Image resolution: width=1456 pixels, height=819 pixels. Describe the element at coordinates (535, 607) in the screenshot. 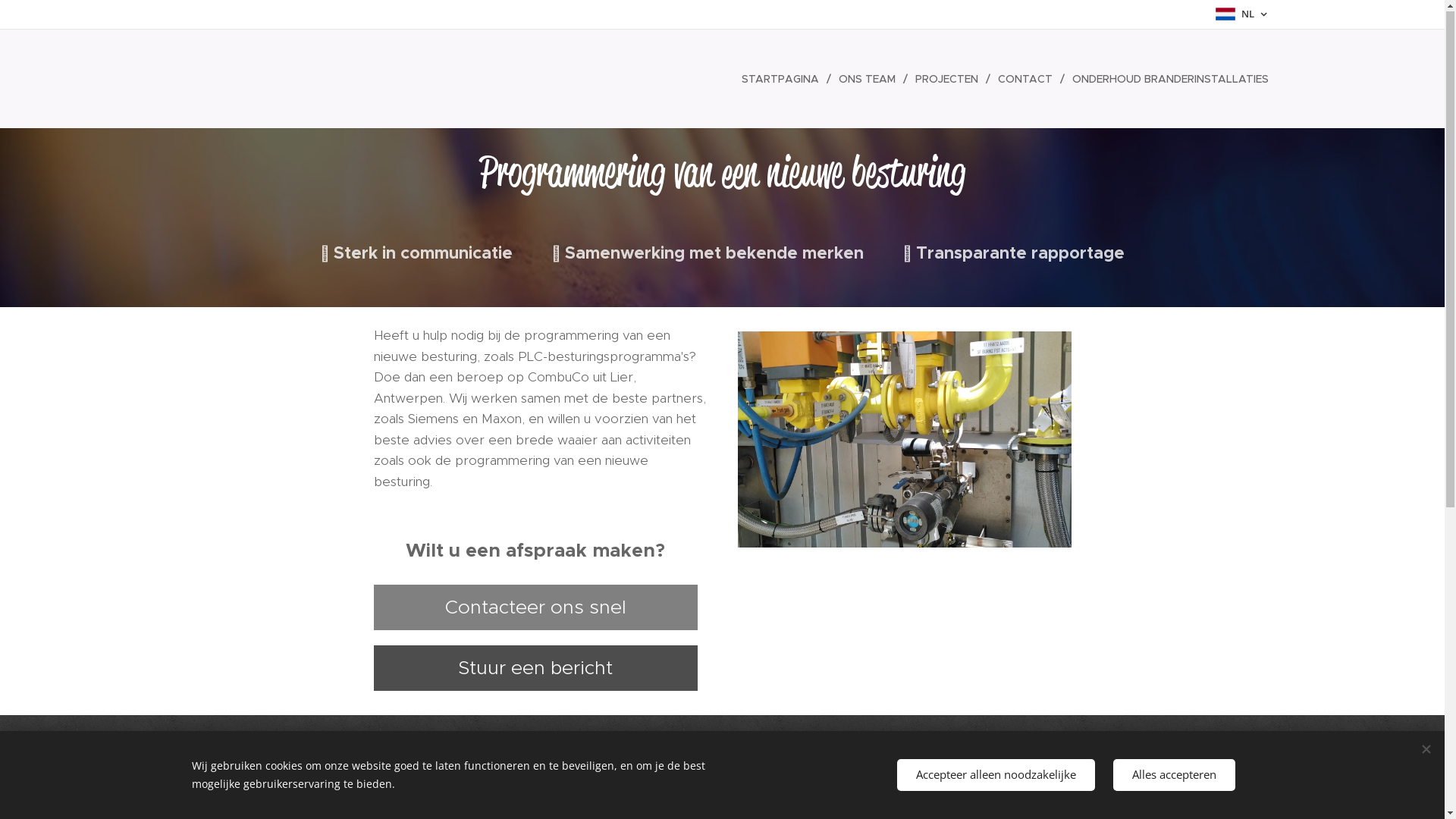

I see `'Contacteer ons snel'` at that location.